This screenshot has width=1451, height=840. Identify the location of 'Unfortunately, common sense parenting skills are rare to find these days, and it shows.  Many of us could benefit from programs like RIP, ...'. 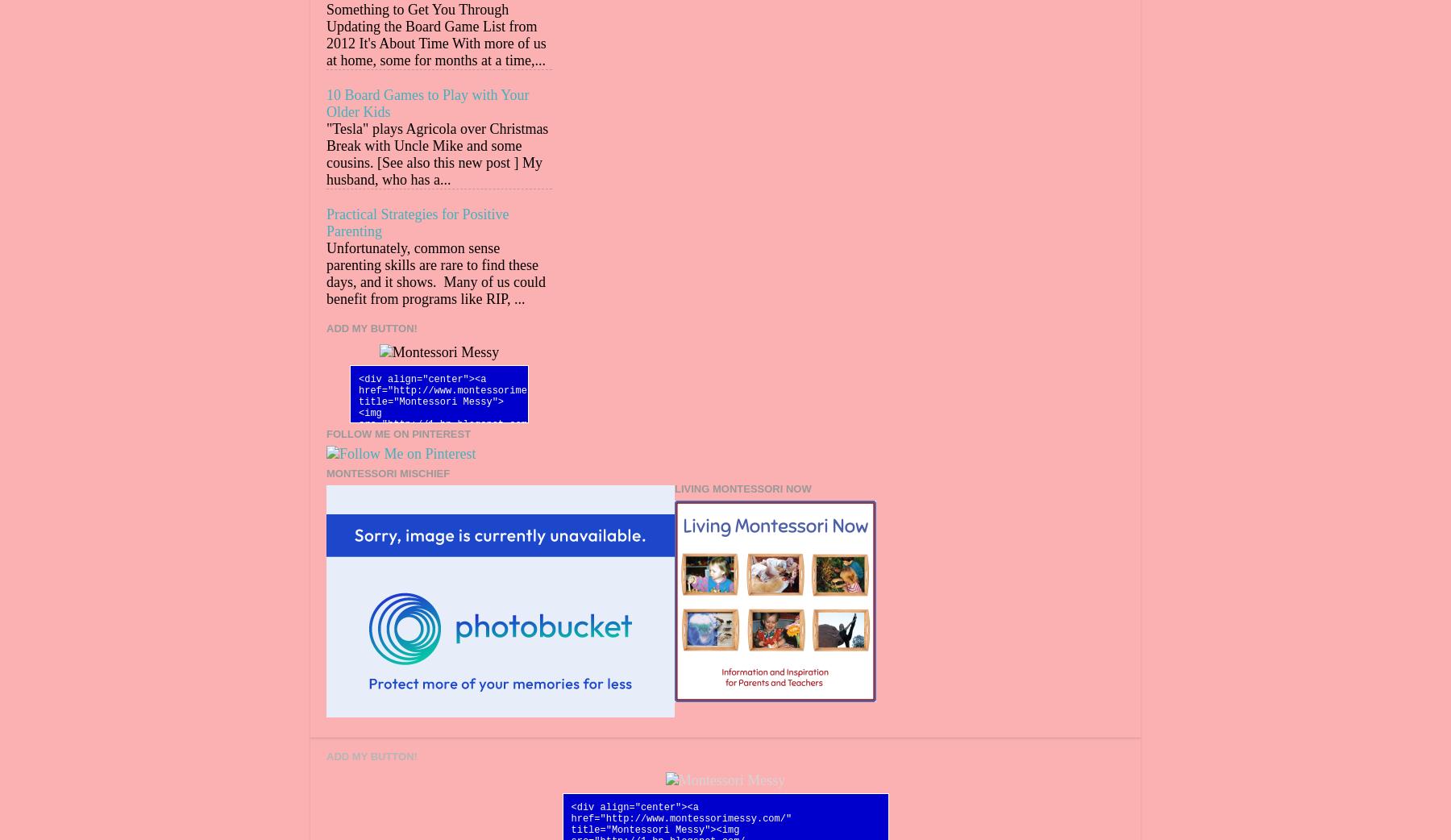
(434, 273).